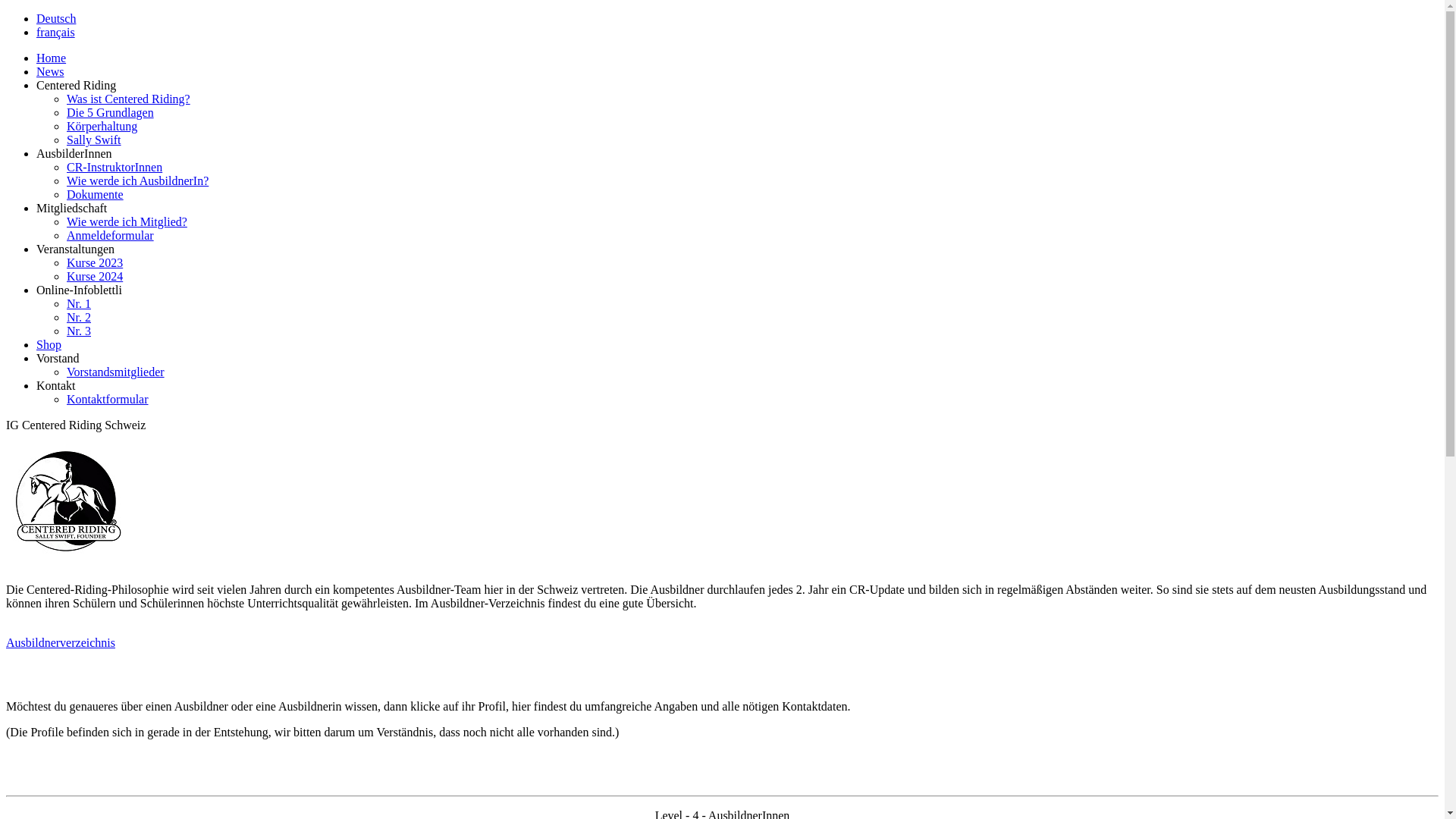 Image resolution: width=1456 pixels, height=819 pixels. Describe the element at coordinates (137, 180) in the screenshot. I see `'Wie werde ich AusbildnerIn?'` at that location.